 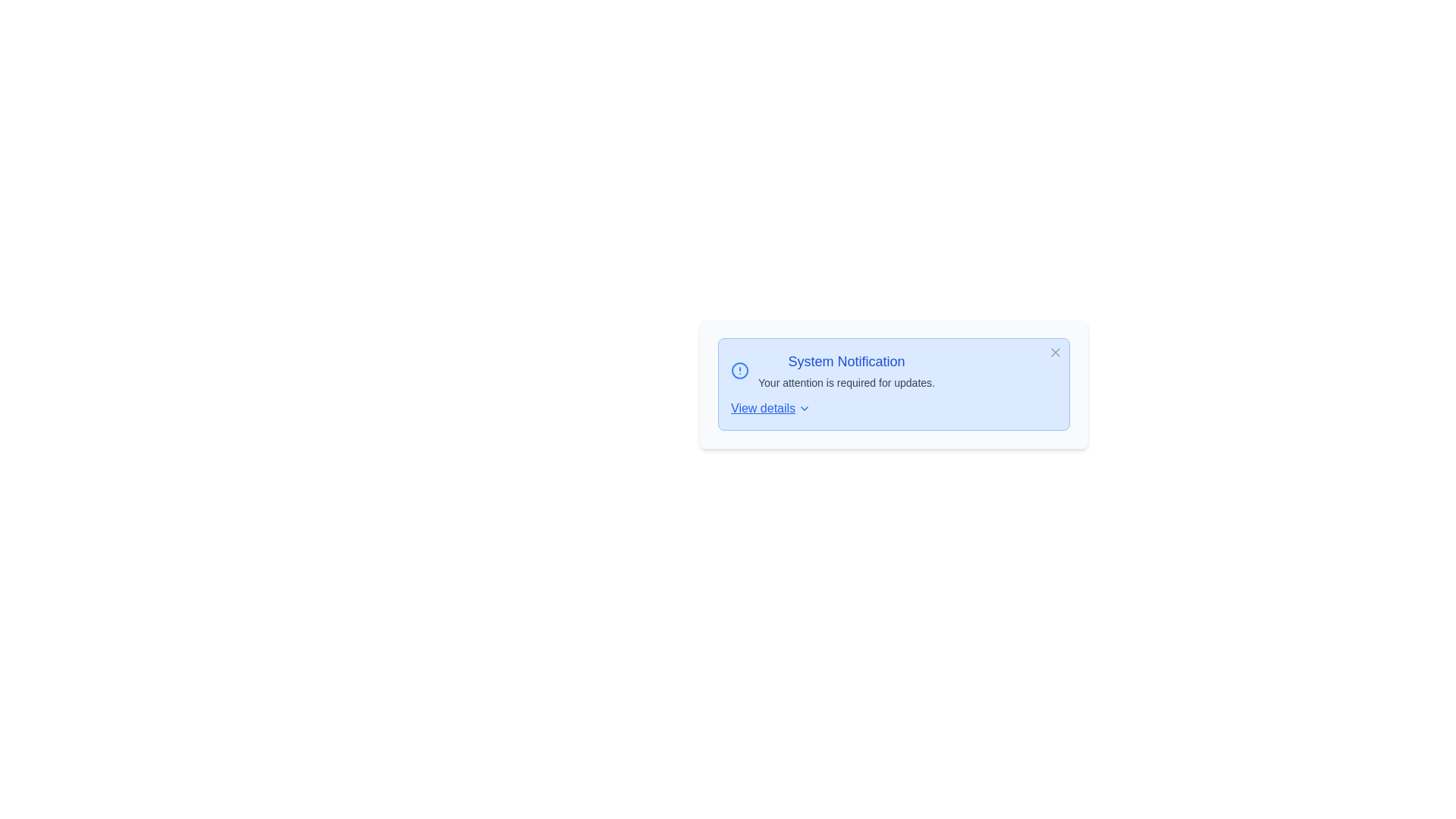 What do you see at coordinates (1055, 353) in the screenshot?
I see `the small gray cross (X) icon in the top-right corner of the blue notification box` at bounding box center [1055, 353].